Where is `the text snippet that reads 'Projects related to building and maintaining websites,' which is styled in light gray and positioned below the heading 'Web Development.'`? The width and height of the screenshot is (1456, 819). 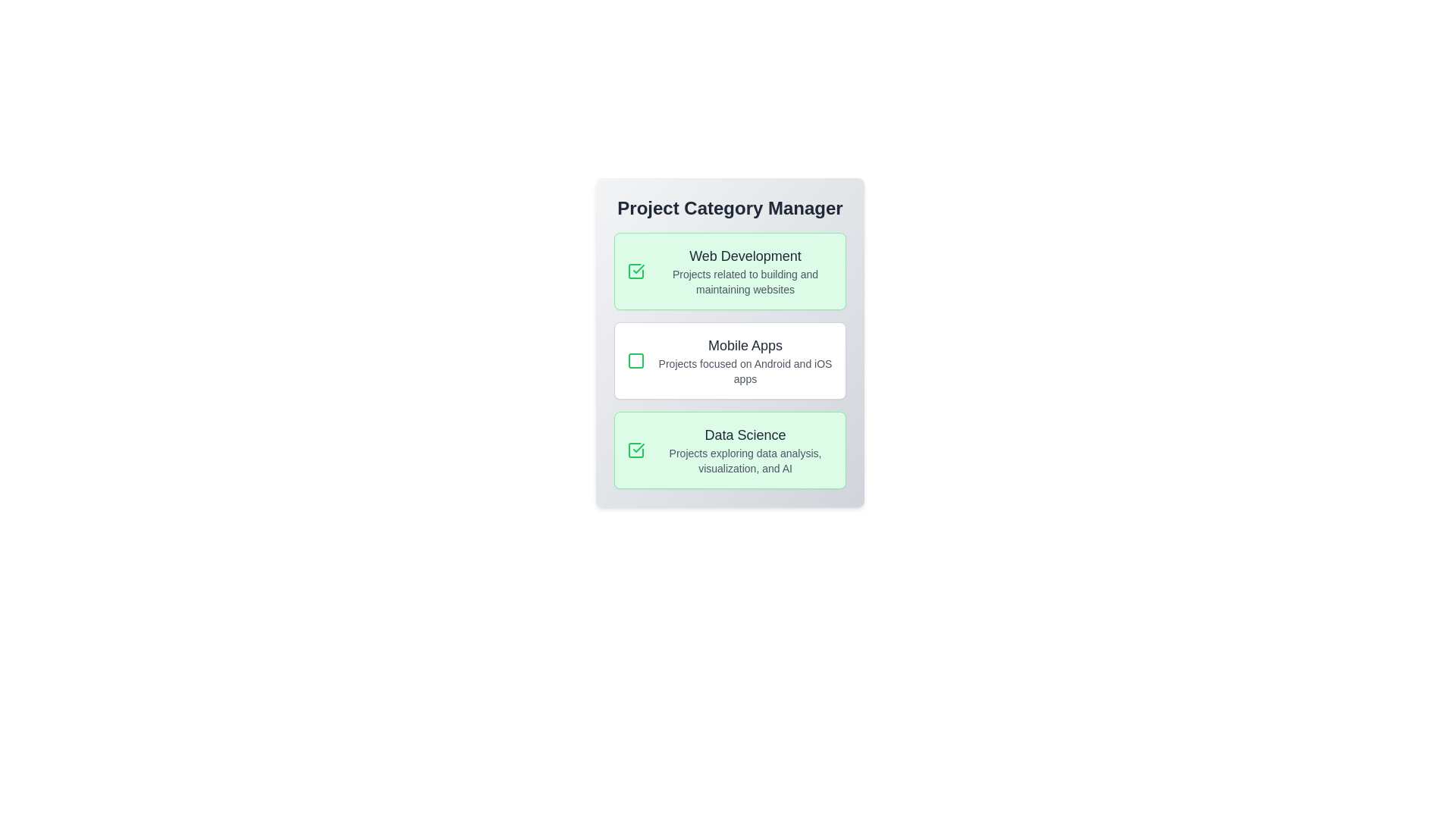 the text snippet that reads 'Projects related to building and maintaining websites,' which is styled in light gray and positioned below the heading 'Web Development.' is located at coordinates (745, 281).